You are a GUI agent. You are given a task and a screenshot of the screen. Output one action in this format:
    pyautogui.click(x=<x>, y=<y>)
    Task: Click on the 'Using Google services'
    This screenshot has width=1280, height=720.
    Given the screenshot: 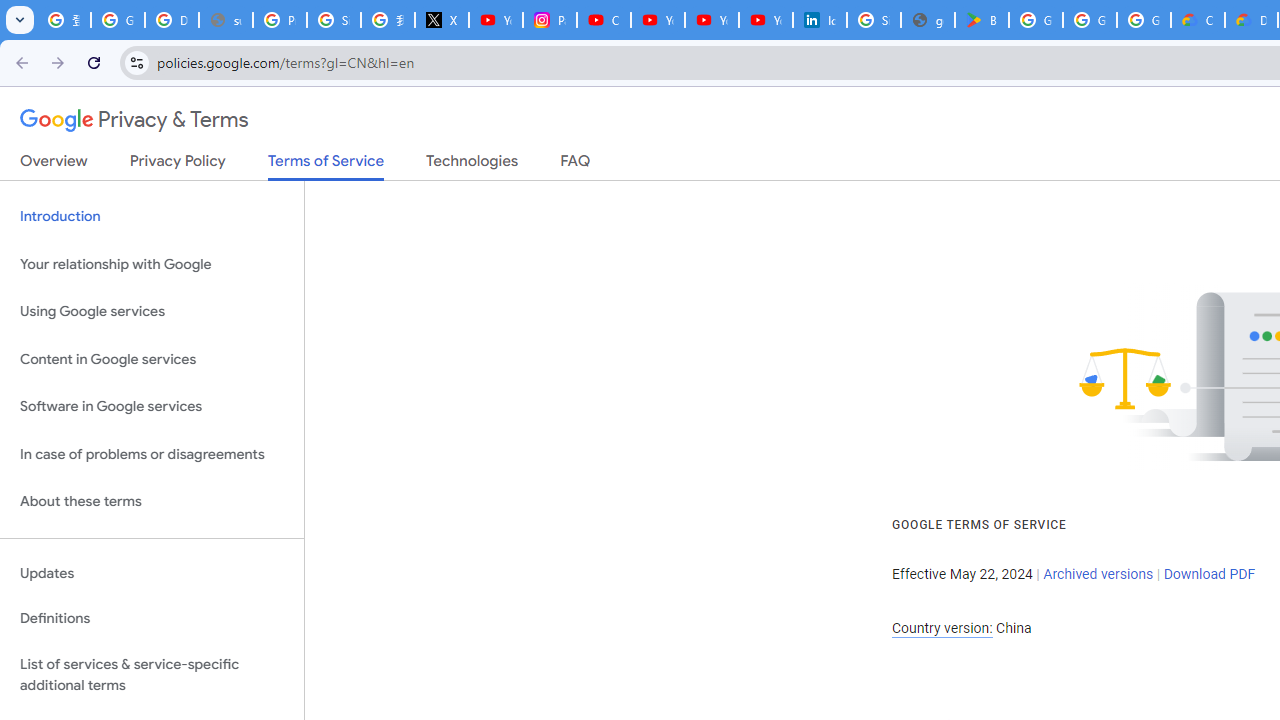 What is the action you would take?
    pyautogui.click(x=151, y=312)
    